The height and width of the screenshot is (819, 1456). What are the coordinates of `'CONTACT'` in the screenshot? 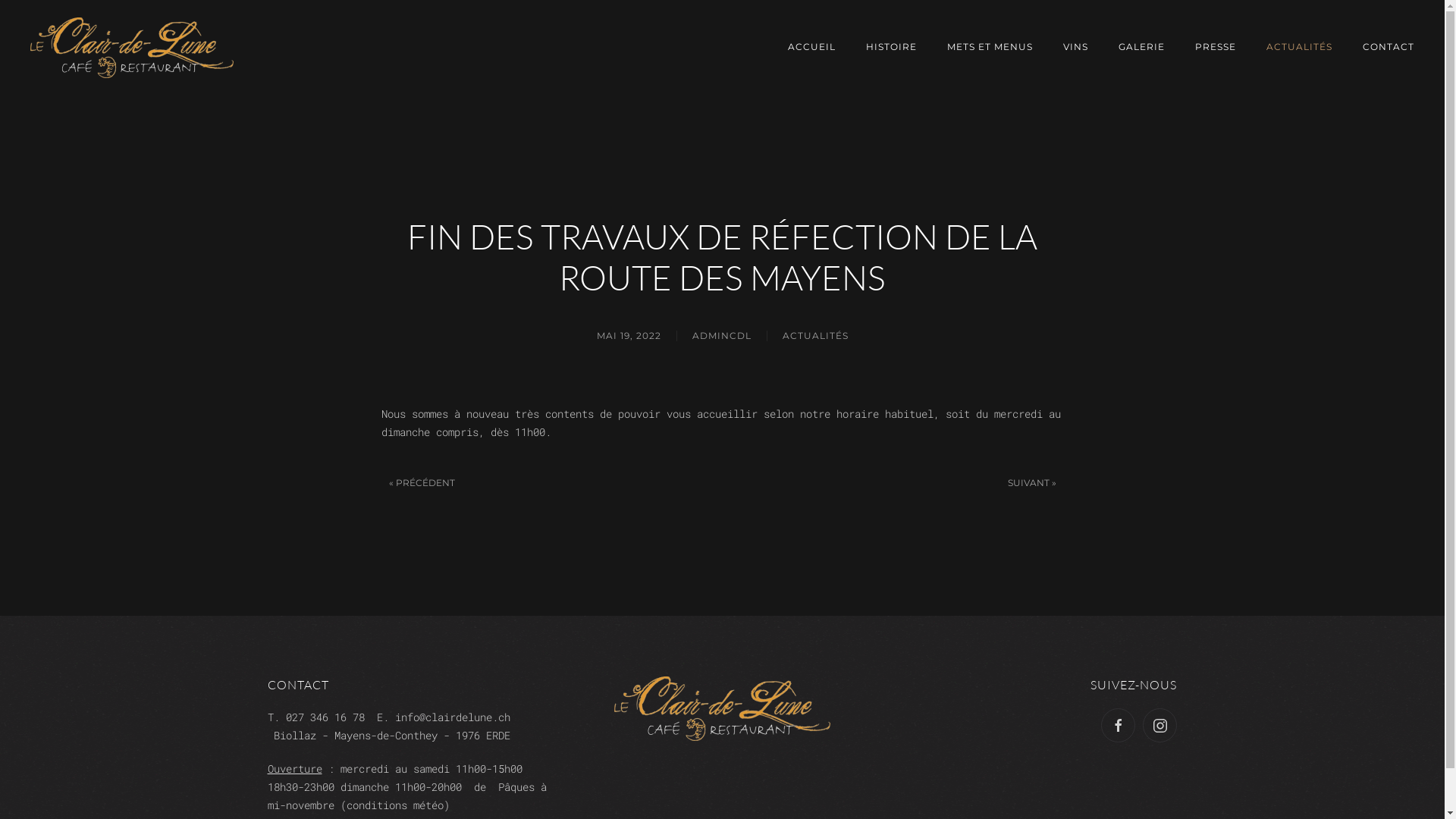 It's located at (1388, 46).